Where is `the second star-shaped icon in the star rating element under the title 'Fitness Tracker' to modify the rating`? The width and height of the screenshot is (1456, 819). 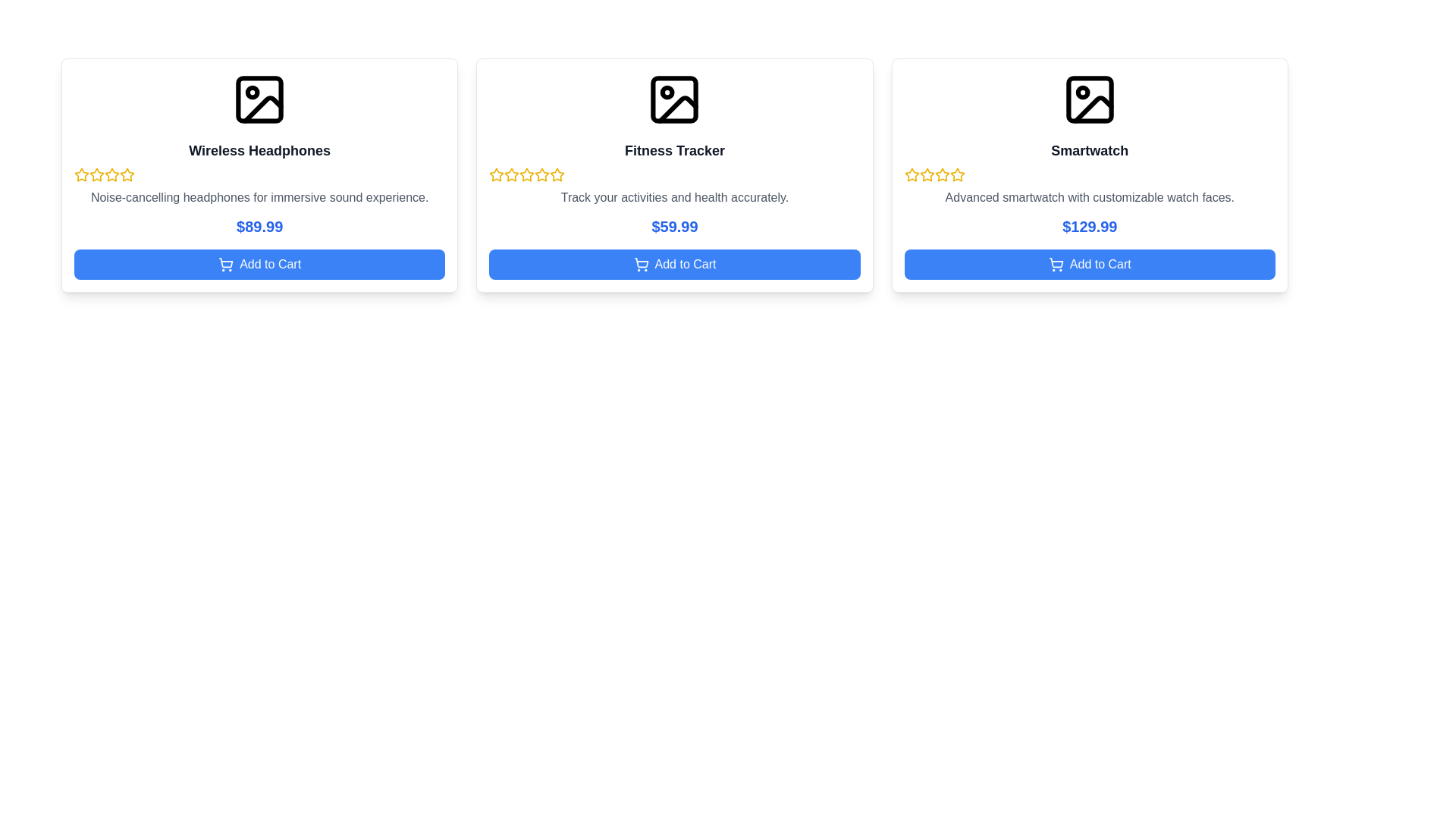 the second star-shaped icon in the star rating element under the title 'Fitness Tracker' to modify the rating is located at coordinates (542, 174).